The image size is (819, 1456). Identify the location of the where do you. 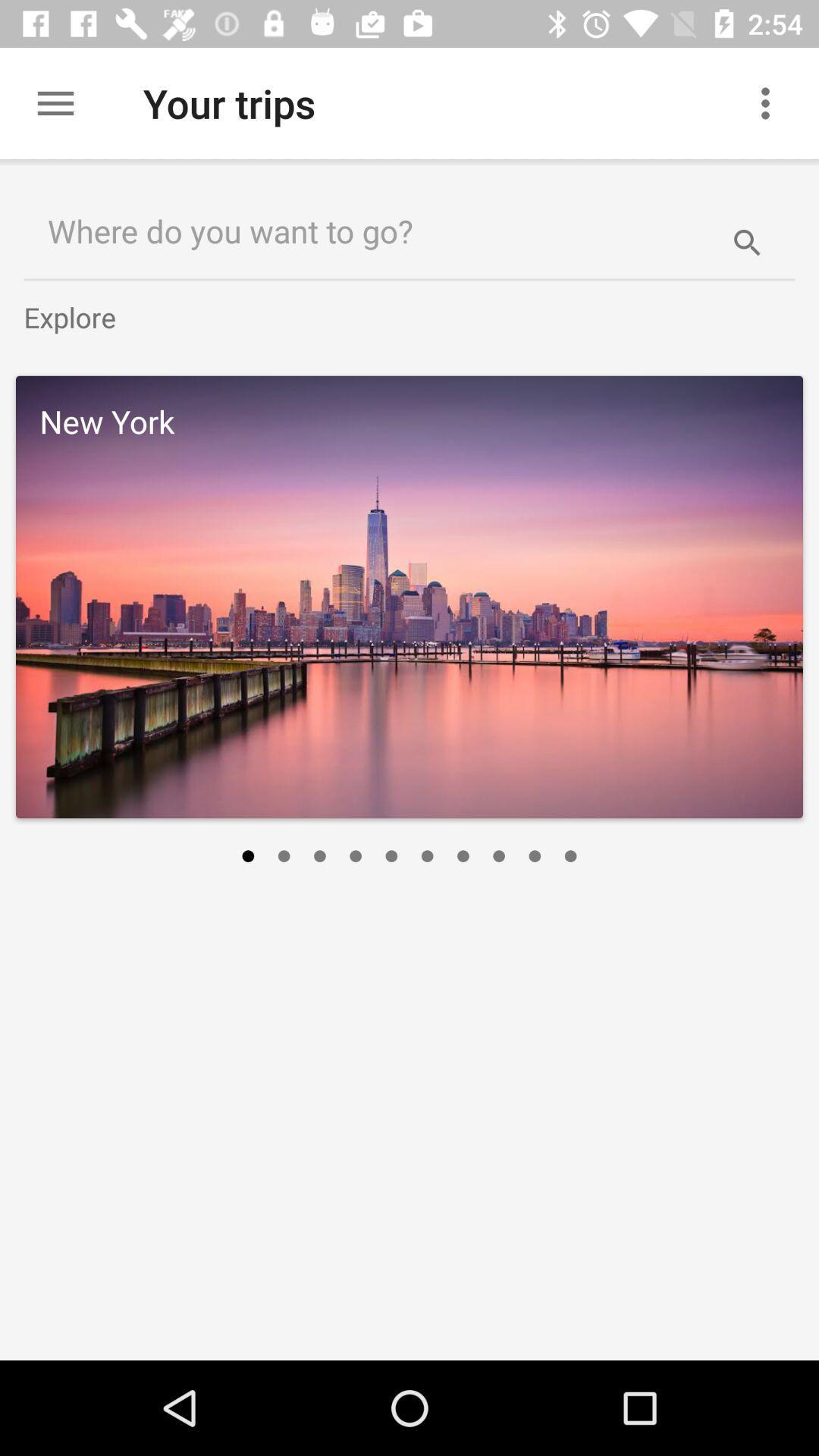
(362, 230).